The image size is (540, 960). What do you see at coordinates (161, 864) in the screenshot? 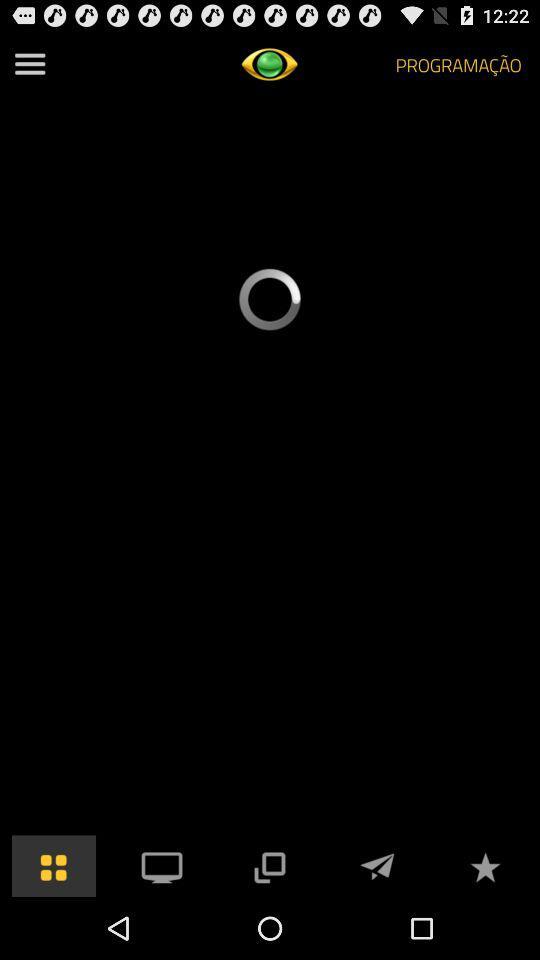
I see `menu selection` at bounding box center [161, 864].